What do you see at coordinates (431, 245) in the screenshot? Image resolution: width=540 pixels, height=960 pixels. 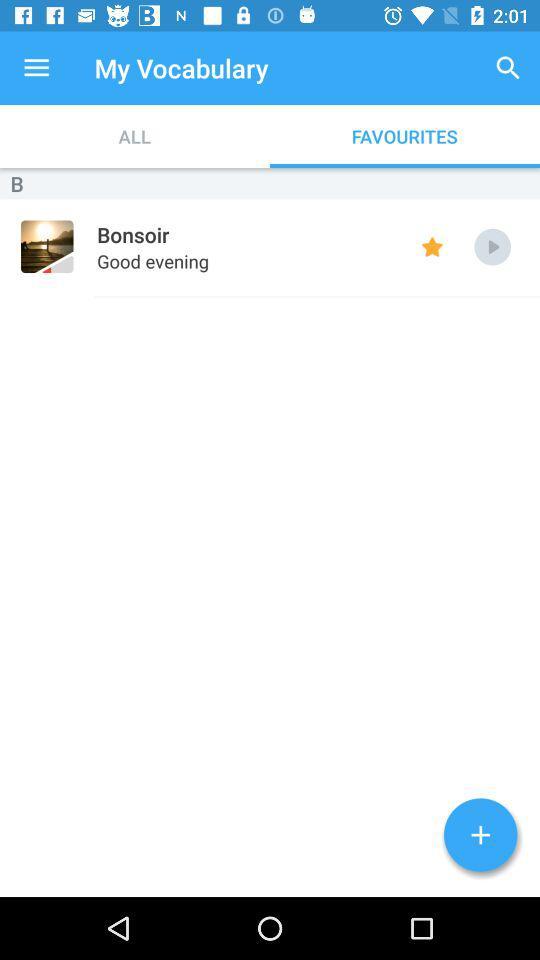 I see `star` at bounding box center [431, 245].